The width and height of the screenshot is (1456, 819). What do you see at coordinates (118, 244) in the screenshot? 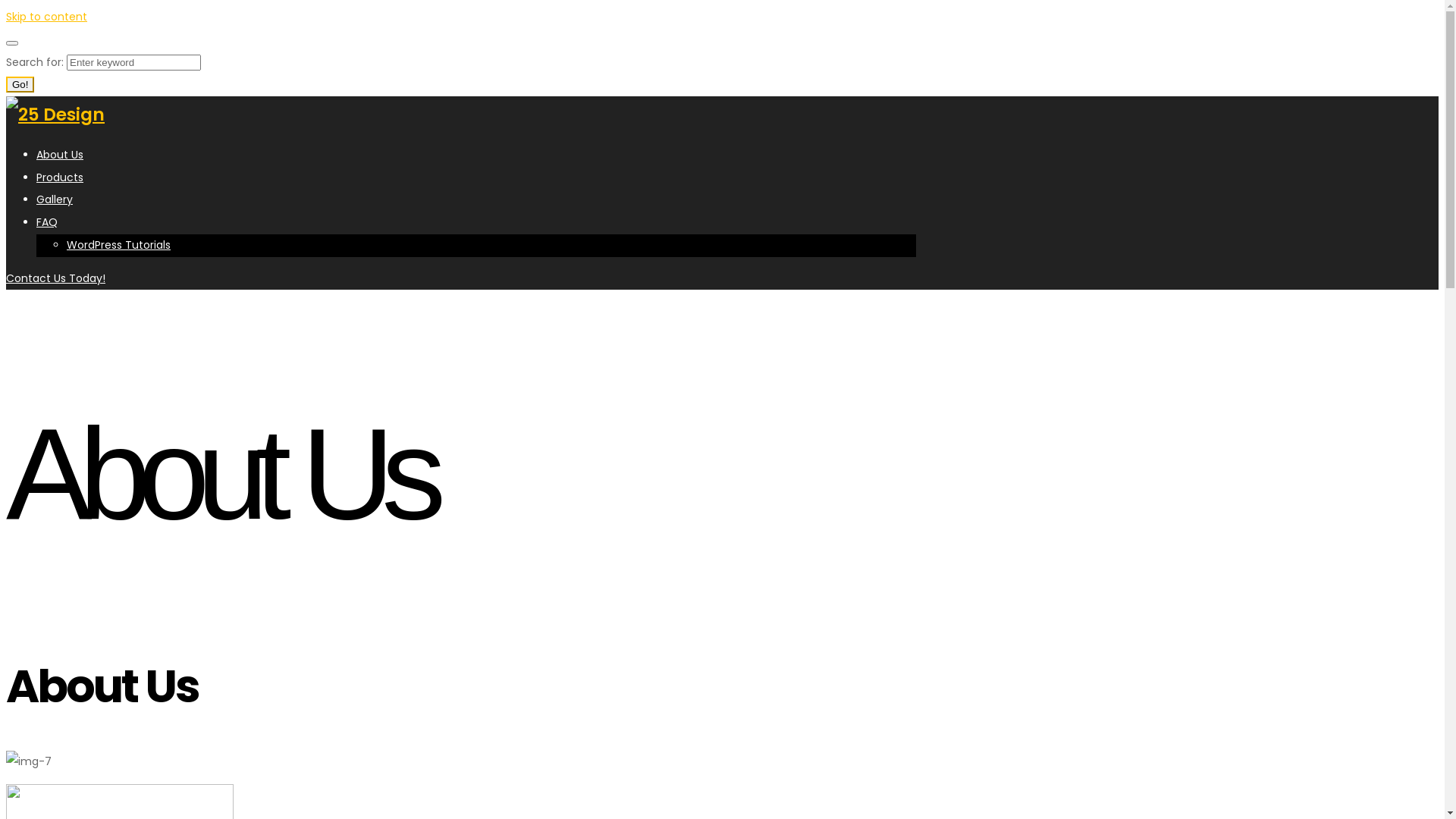
I see `'WordPress Tutorials'` at bounding box center [118, 244].